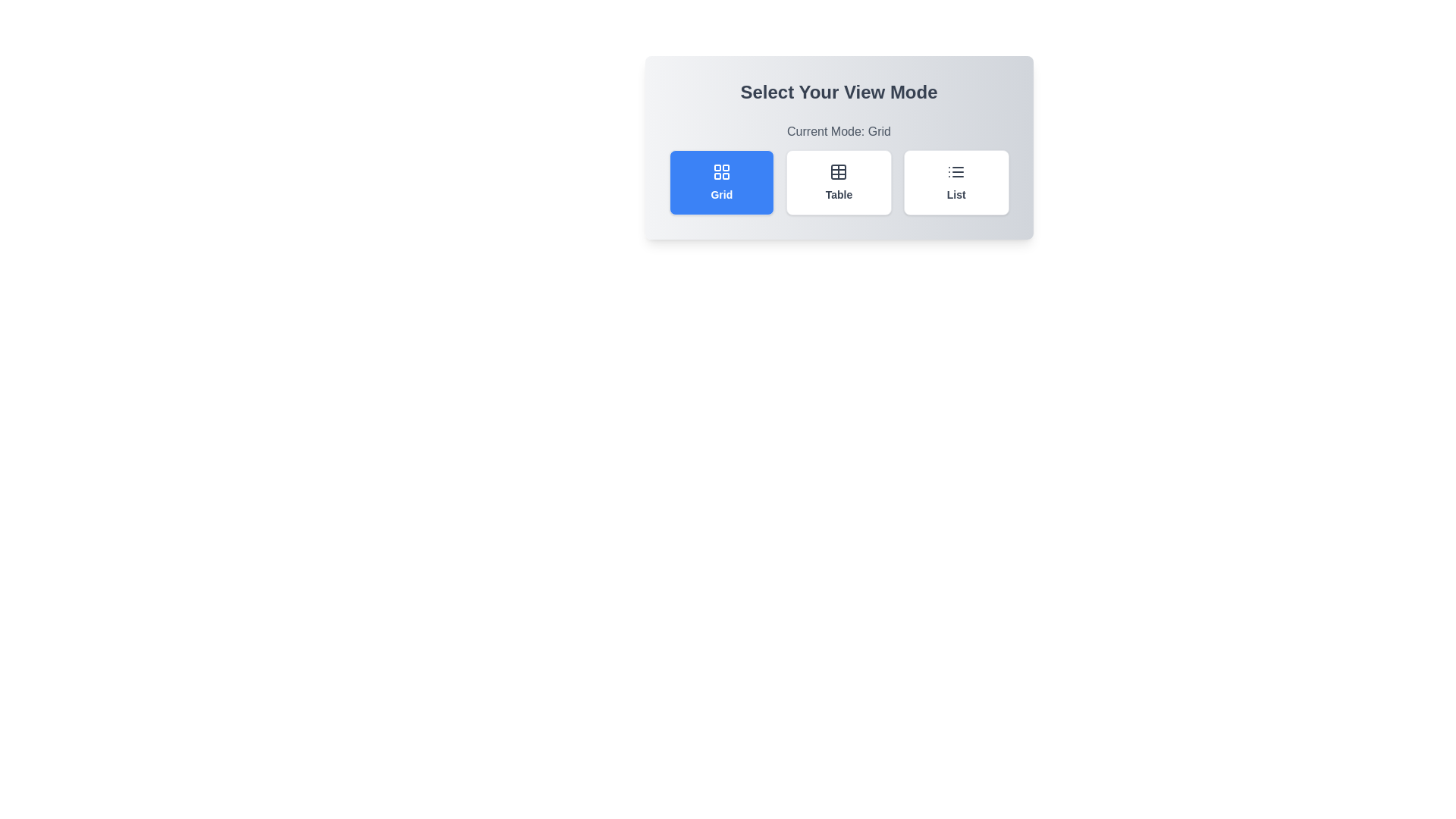 This screenshot has width=1456, height=819. Describe the element at coordinates (720, 194) in the screenshot. I see `the 'Grid' label, which is styled in bold and small white font on a blue background, located inside a blue rectangular button on the leftmost side of three buttons representing different view modes` at that location.